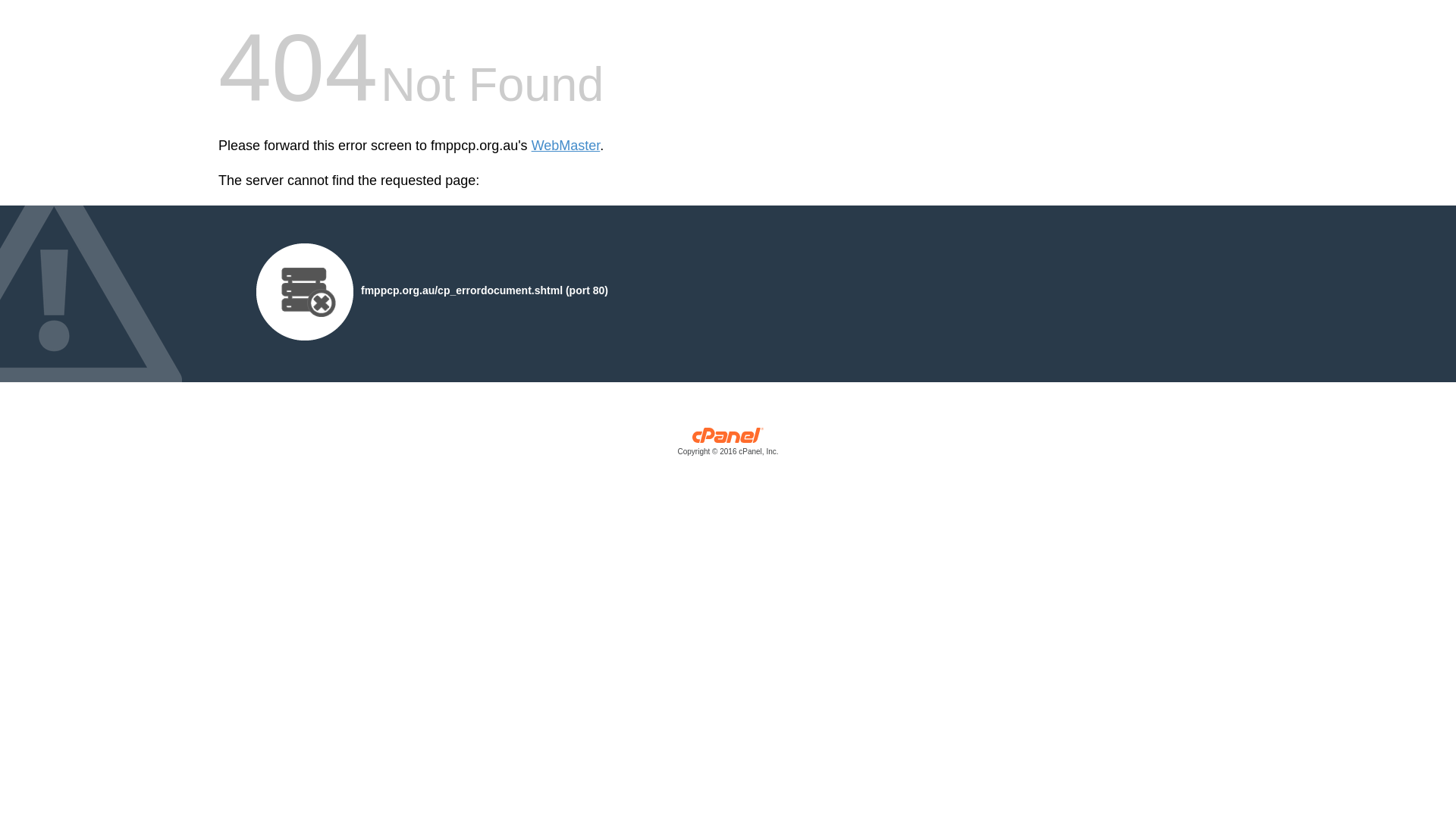 The width and height of the screenshot is (1456, 819). Describe the element at coordinates (565, 146) in the screenshot. I see `'WebMaster'` at that location.